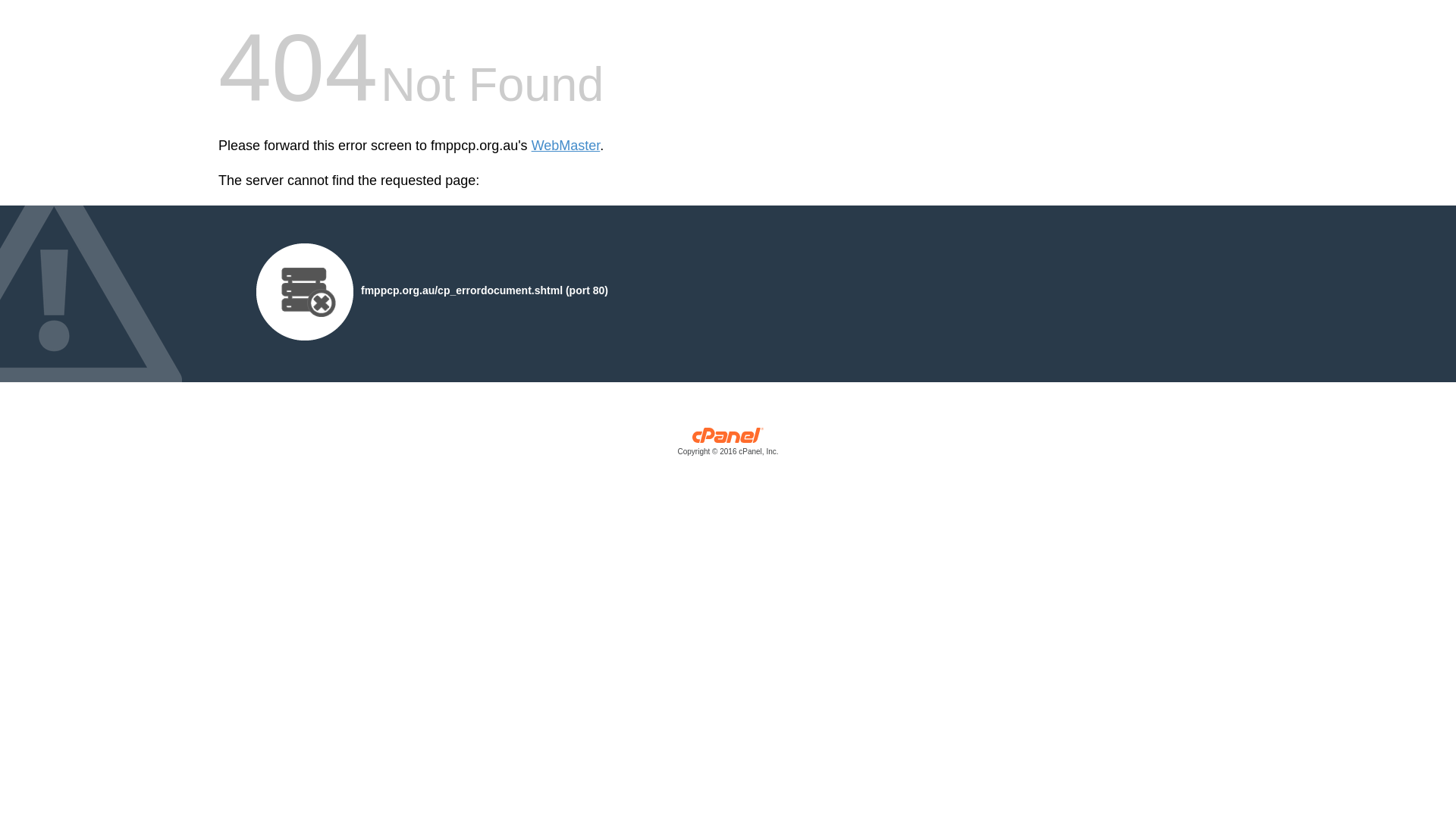 The width and height of the screenshot is (1456, 819). Describe the element at coordinates (565, 146) in the screenshot. I see `'WebMaster'` at that location.